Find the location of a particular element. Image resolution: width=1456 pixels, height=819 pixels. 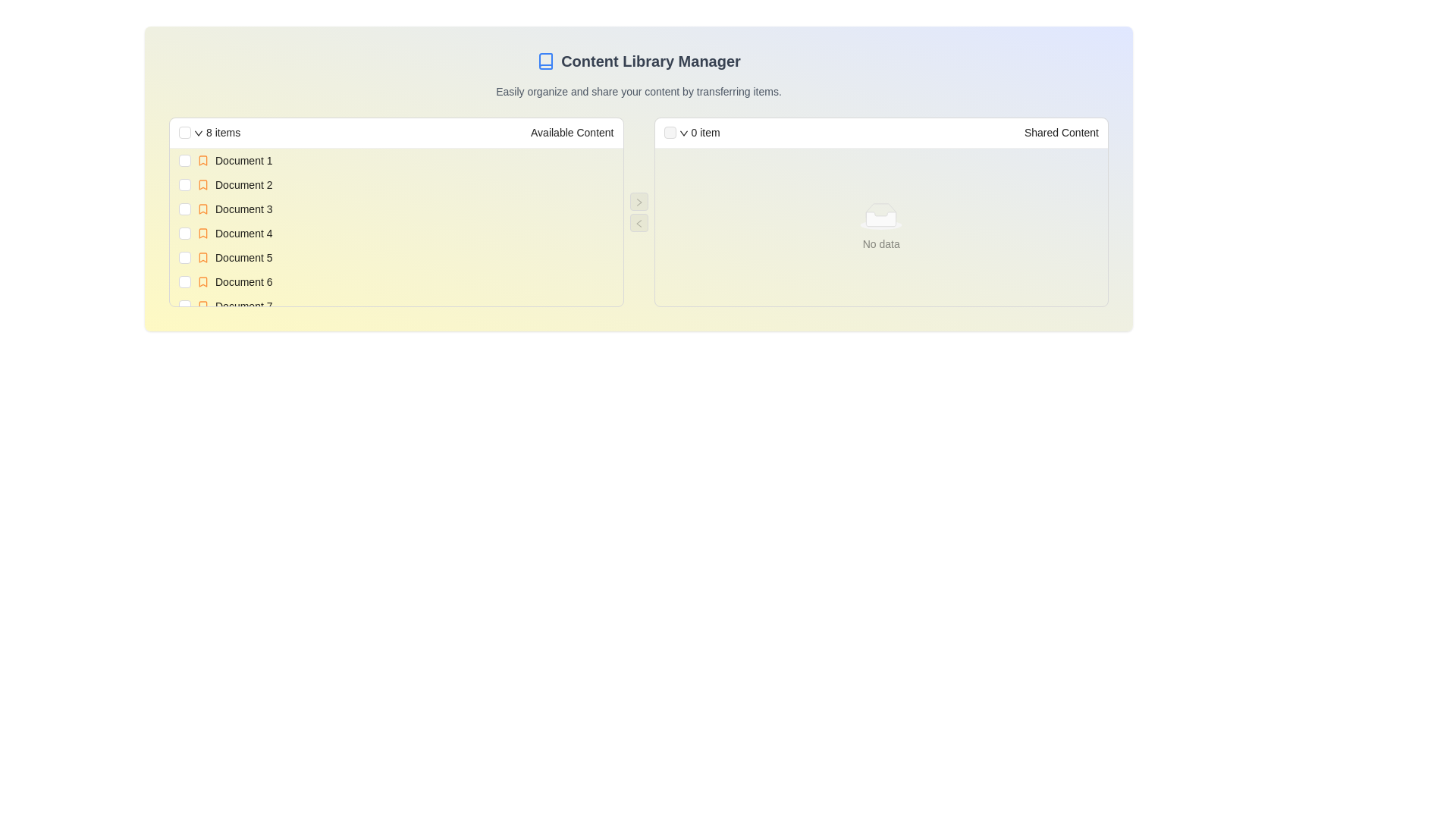

the checkbox located in the top-left corner of the 'Available Content' panel, allowing users to select or deselect all items is located at coordinates (184, 131).